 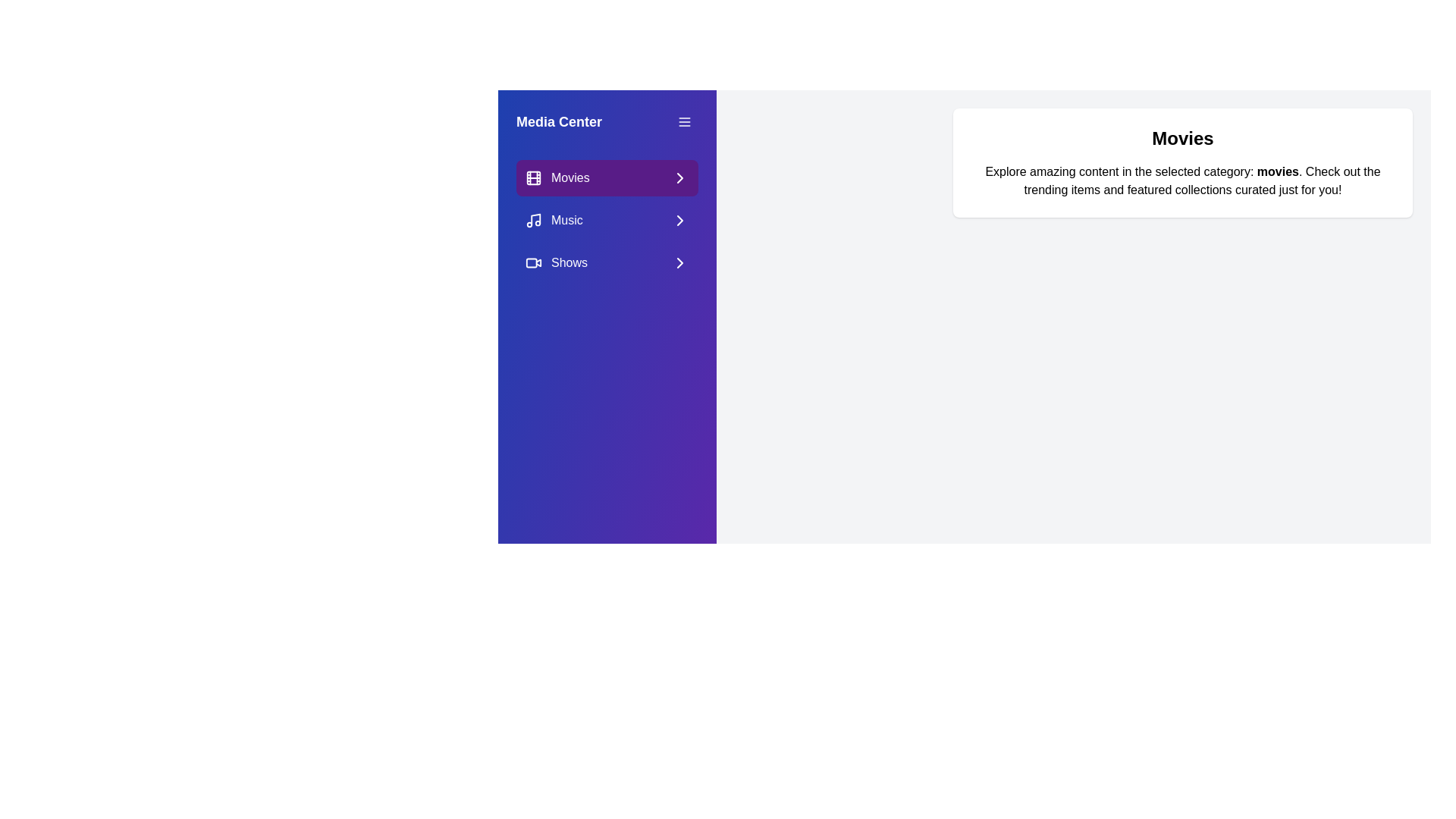 What do you see at coordinates (679, 220) in the screenshot?
I see `the second chevron icon to the right of the 'Music' text label in the vertical list on the left-side navigation panel` at bounding box center [679, 220].